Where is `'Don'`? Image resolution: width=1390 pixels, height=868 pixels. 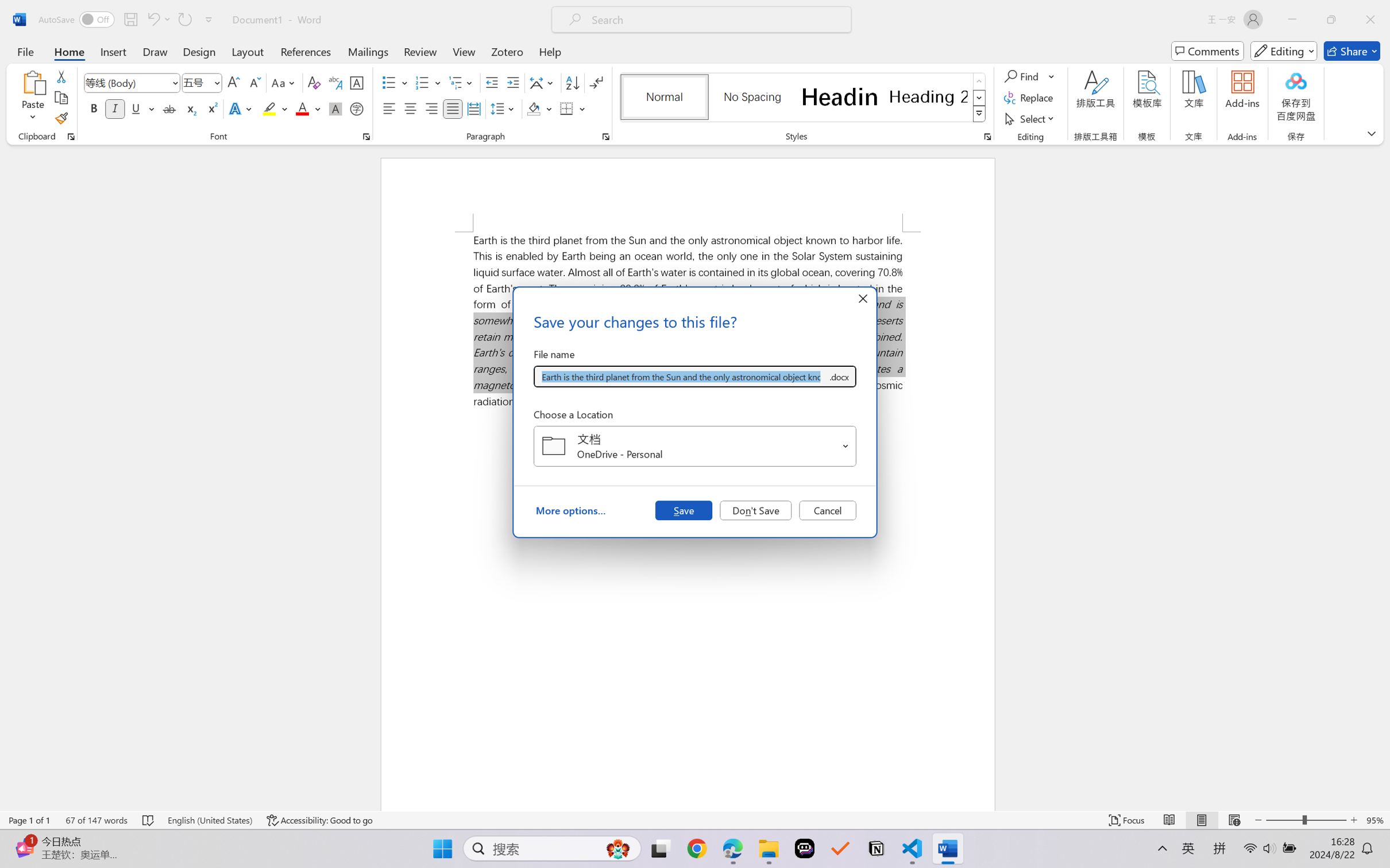
'Don' is located at coordinates (755, 509).